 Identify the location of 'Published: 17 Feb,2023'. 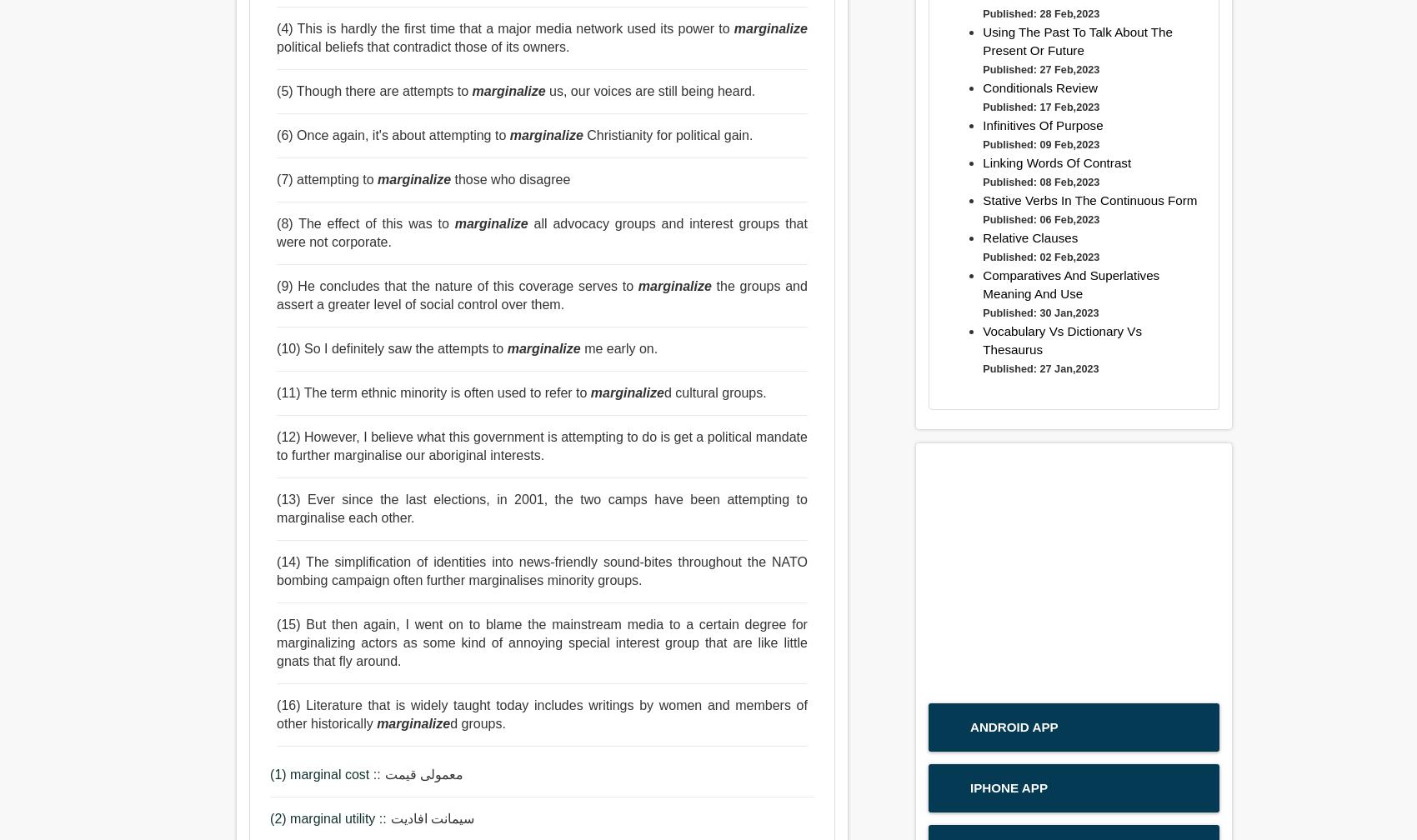
(1039, 107).